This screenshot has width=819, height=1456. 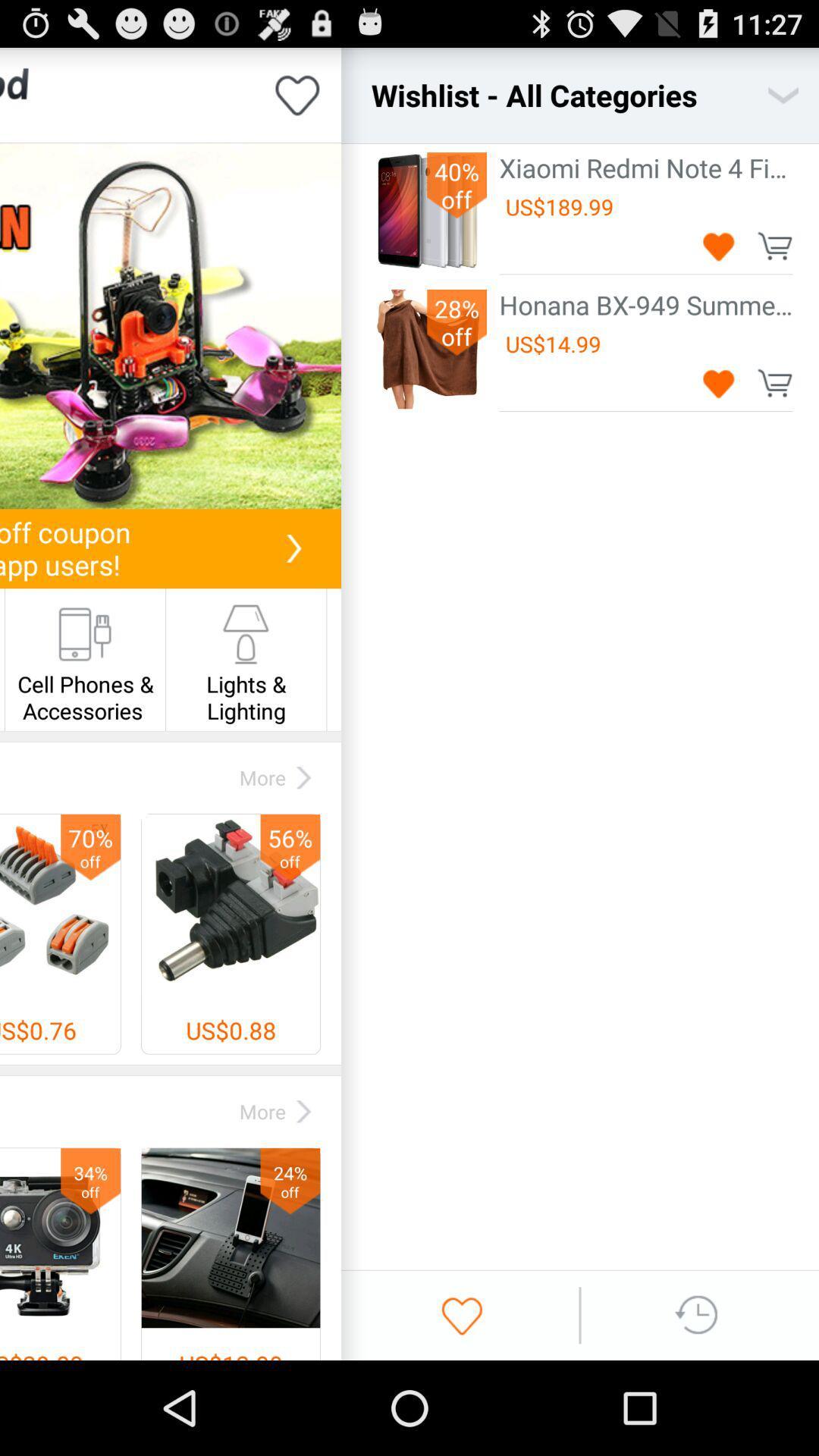 I want to click on to favorites, so click(x=297, y=94).